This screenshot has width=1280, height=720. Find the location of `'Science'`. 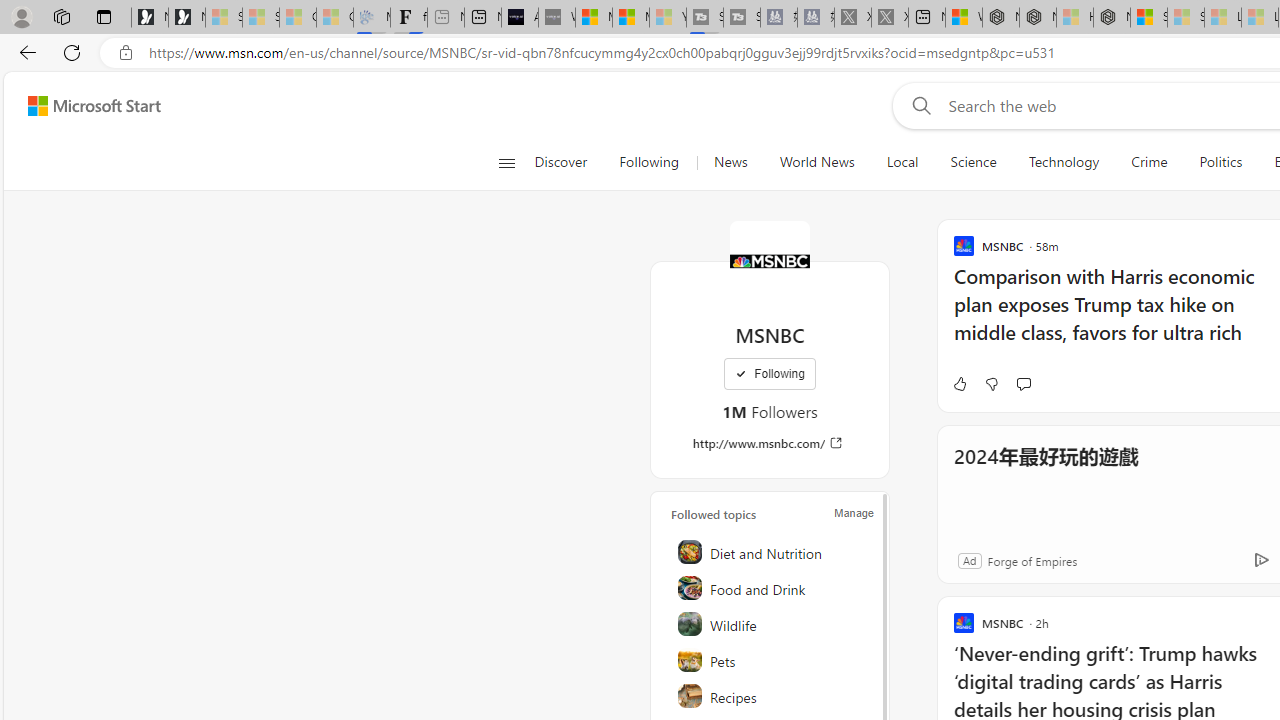

'Science' is located at coordinates (973, 162).